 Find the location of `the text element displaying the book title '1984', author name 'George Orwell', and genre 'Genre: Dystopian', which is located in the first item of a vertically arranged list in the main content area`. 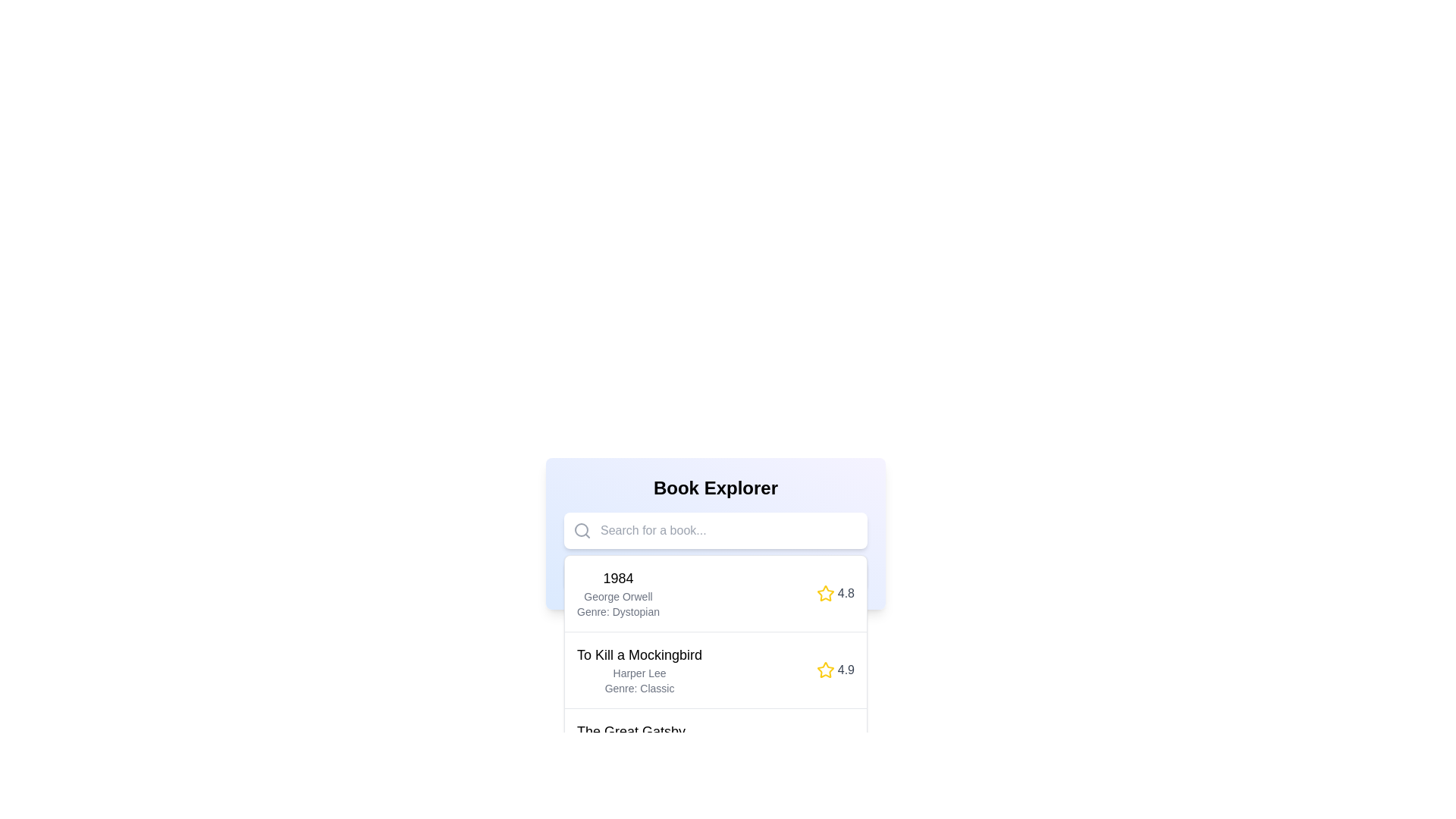

the text element displaying the book title '1984', author name 'George Orwell', and genre 'Genre: Dystopian', which is located in the first item of a vertically arranged list in the main content area is located at coordinates (618, 593).